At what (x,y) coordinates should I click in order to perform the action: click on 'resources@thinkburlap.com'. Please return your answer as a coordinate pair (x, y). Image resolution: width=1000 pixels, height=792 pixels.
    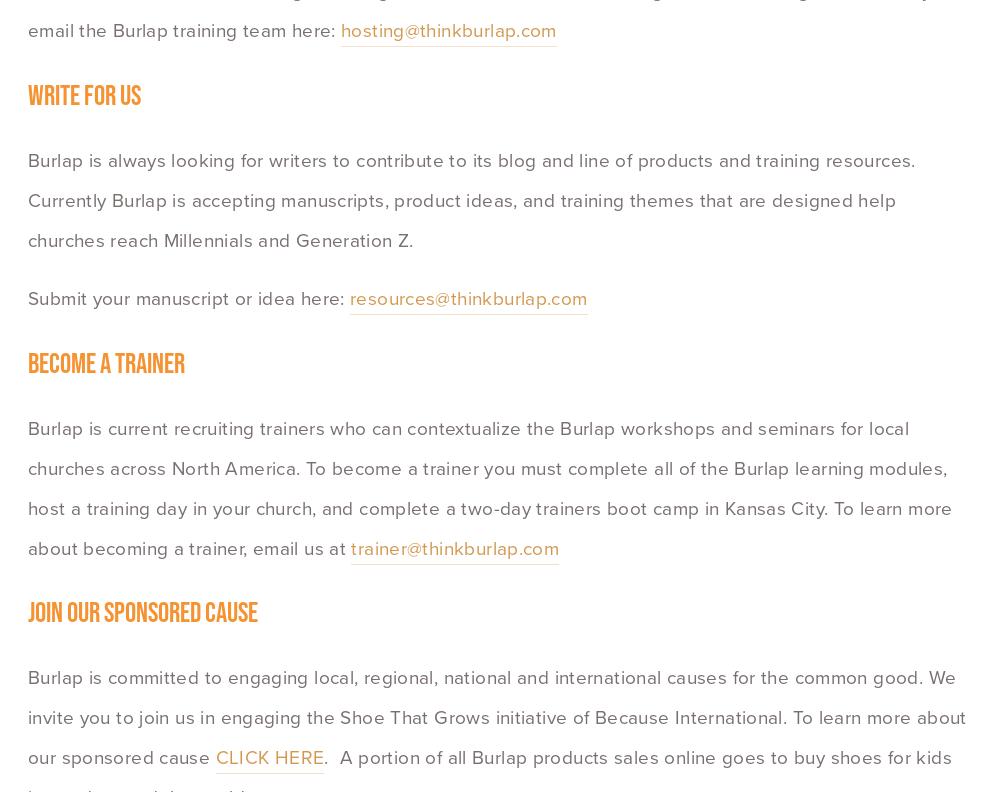
    Looking at the image, I should click on (467, 297).